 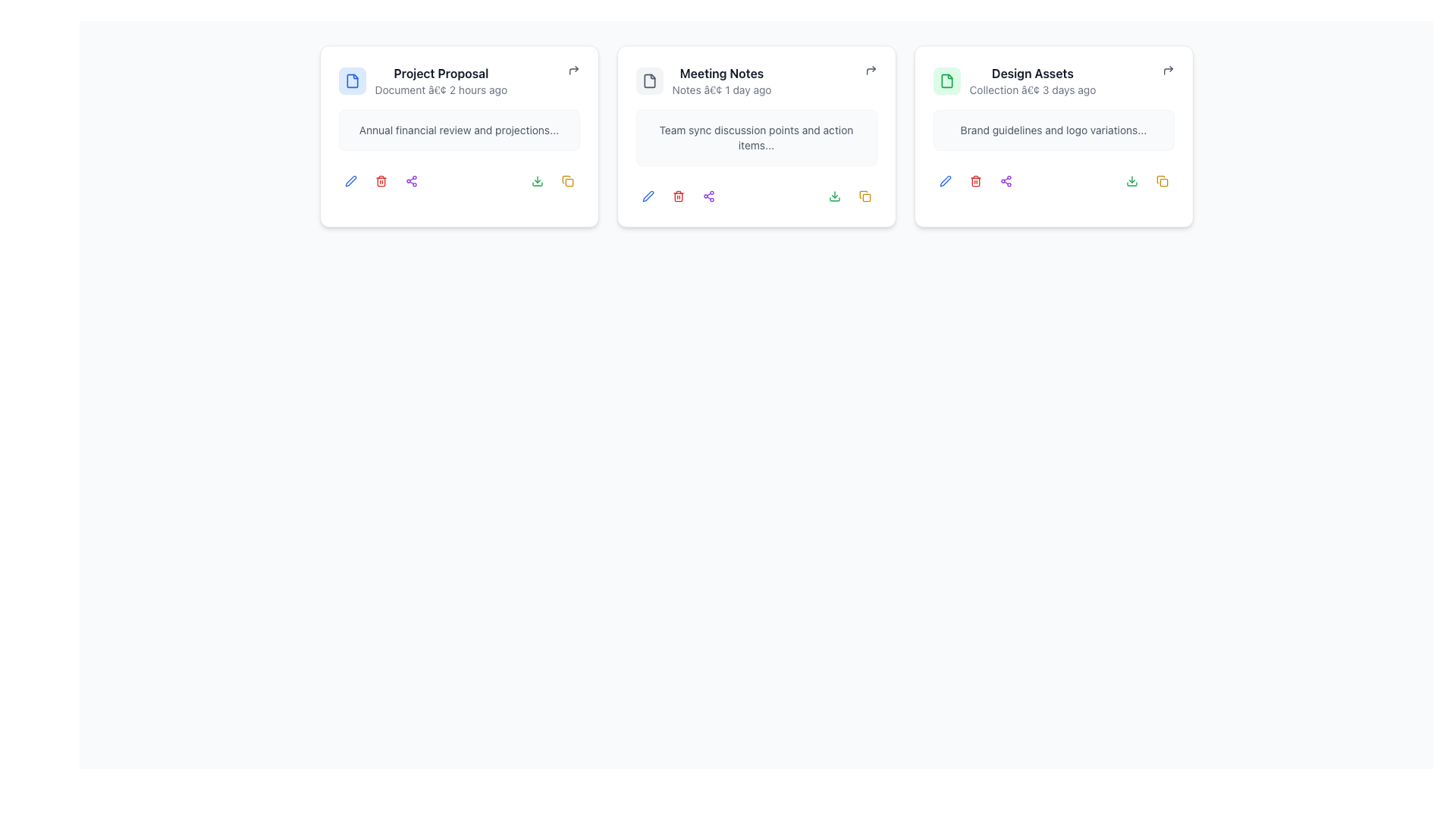 What do you see at coordinates (1161, 180) in the screenshot?
I see `the 'copy' icon button, styled as overlapping sheets of paper, located at the bottom right corner of the 'Design Assets' card for accessibility navigation` at bounding box center [1161, 180].